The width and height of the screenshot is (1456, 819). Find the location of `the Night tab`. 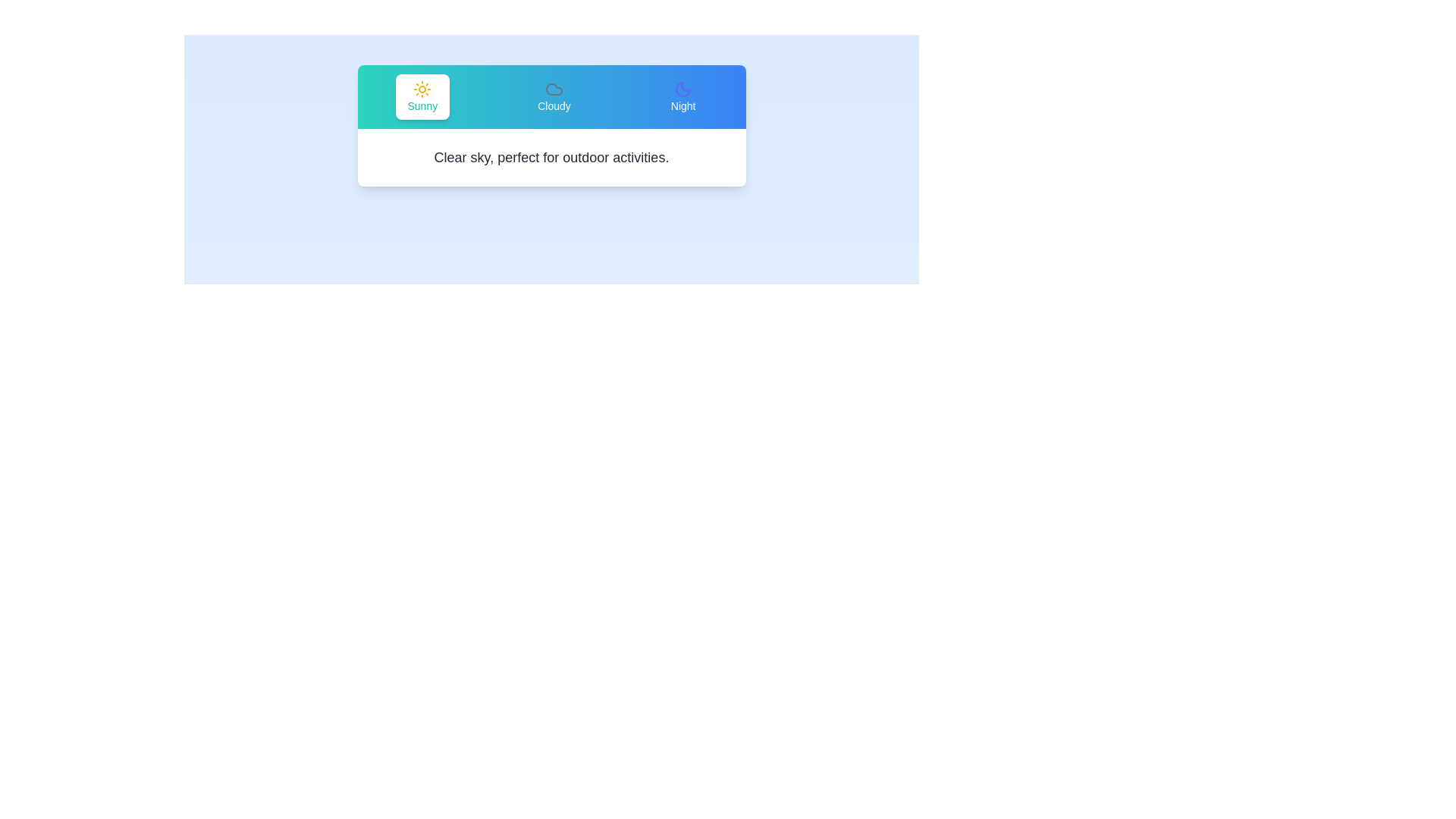

the Night tab is located at coordinates (682, 96).